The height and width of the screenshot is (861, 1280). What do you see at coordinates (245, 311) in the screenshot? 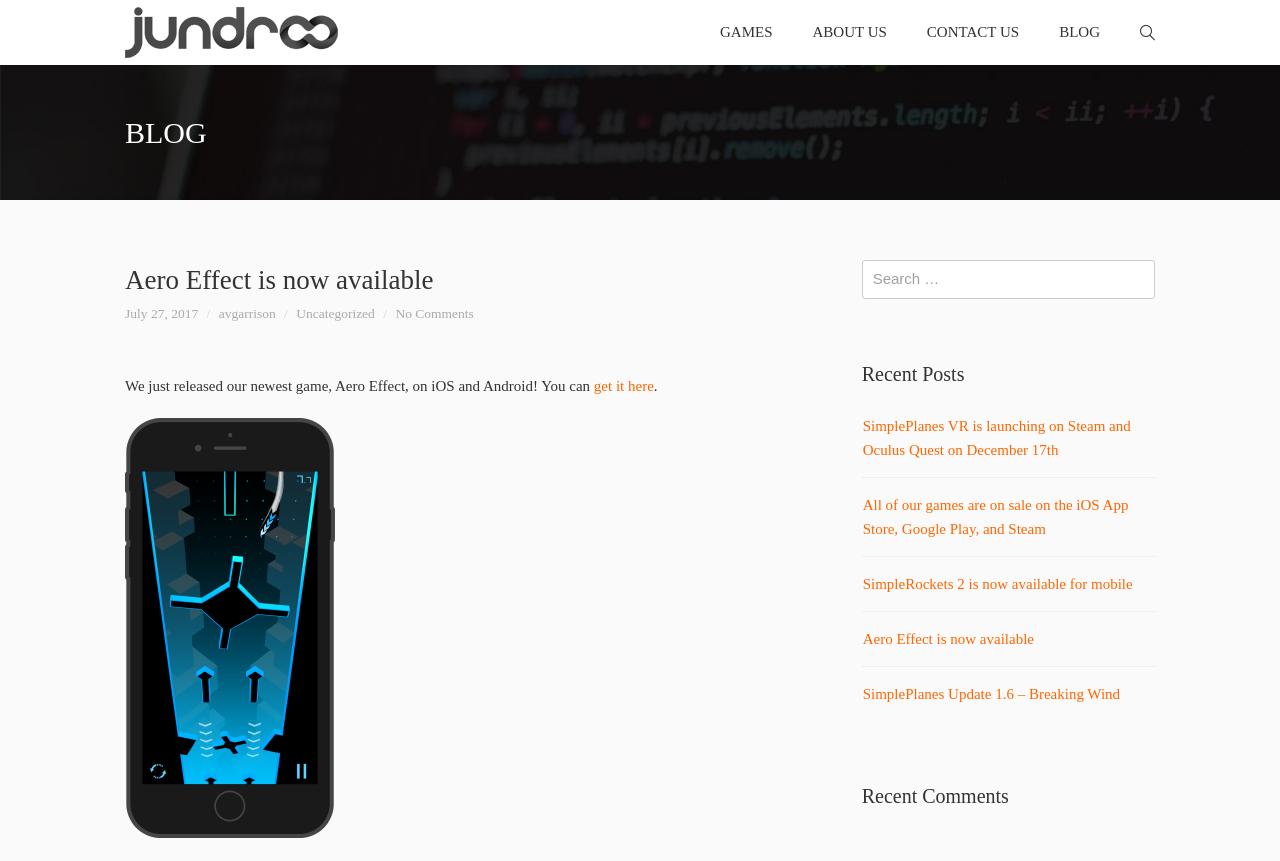
I see `'avgarrison'` at bounding box center [245, 311].